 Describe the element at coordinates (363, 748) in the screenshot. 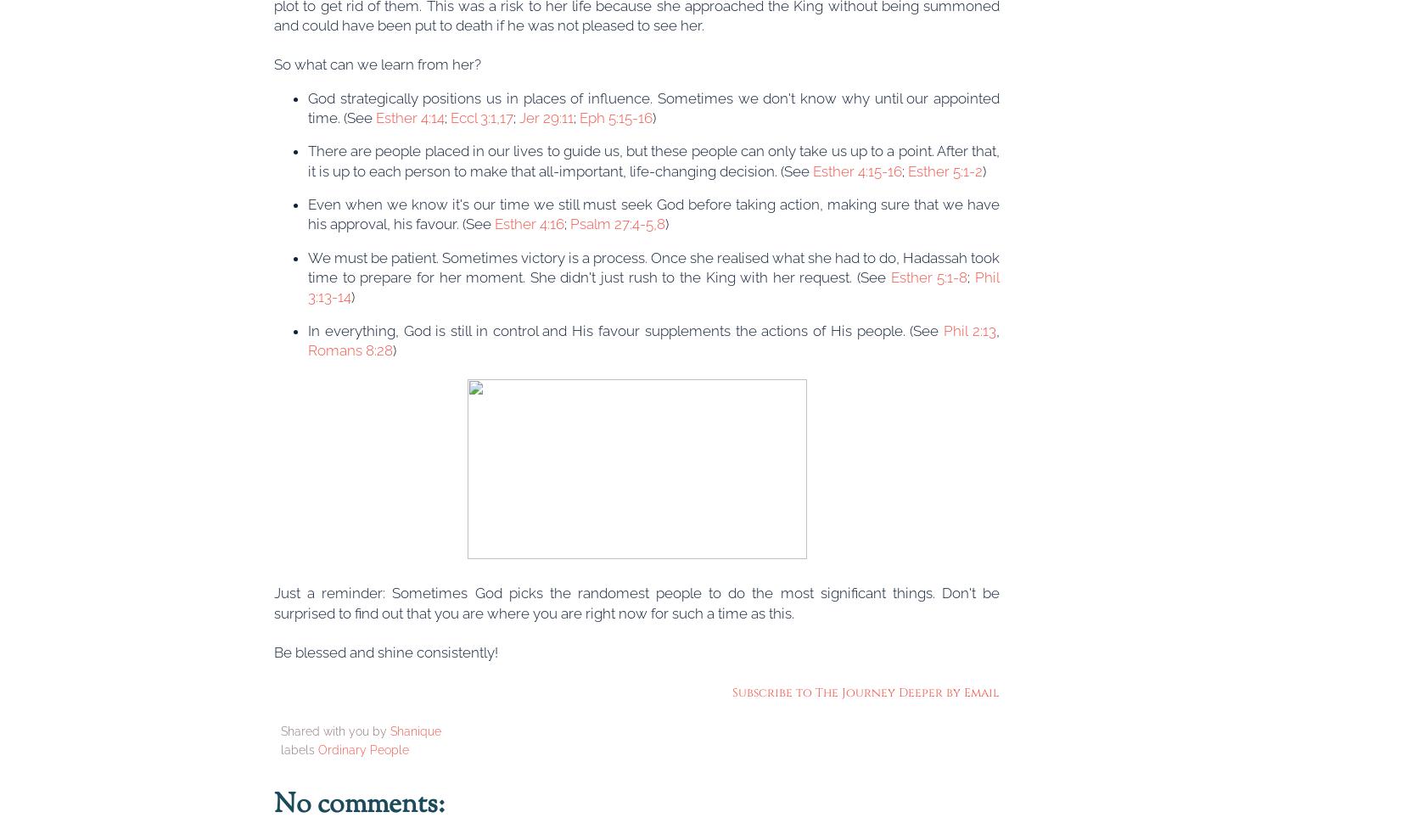

I see `'Ordinary People'` at that location.